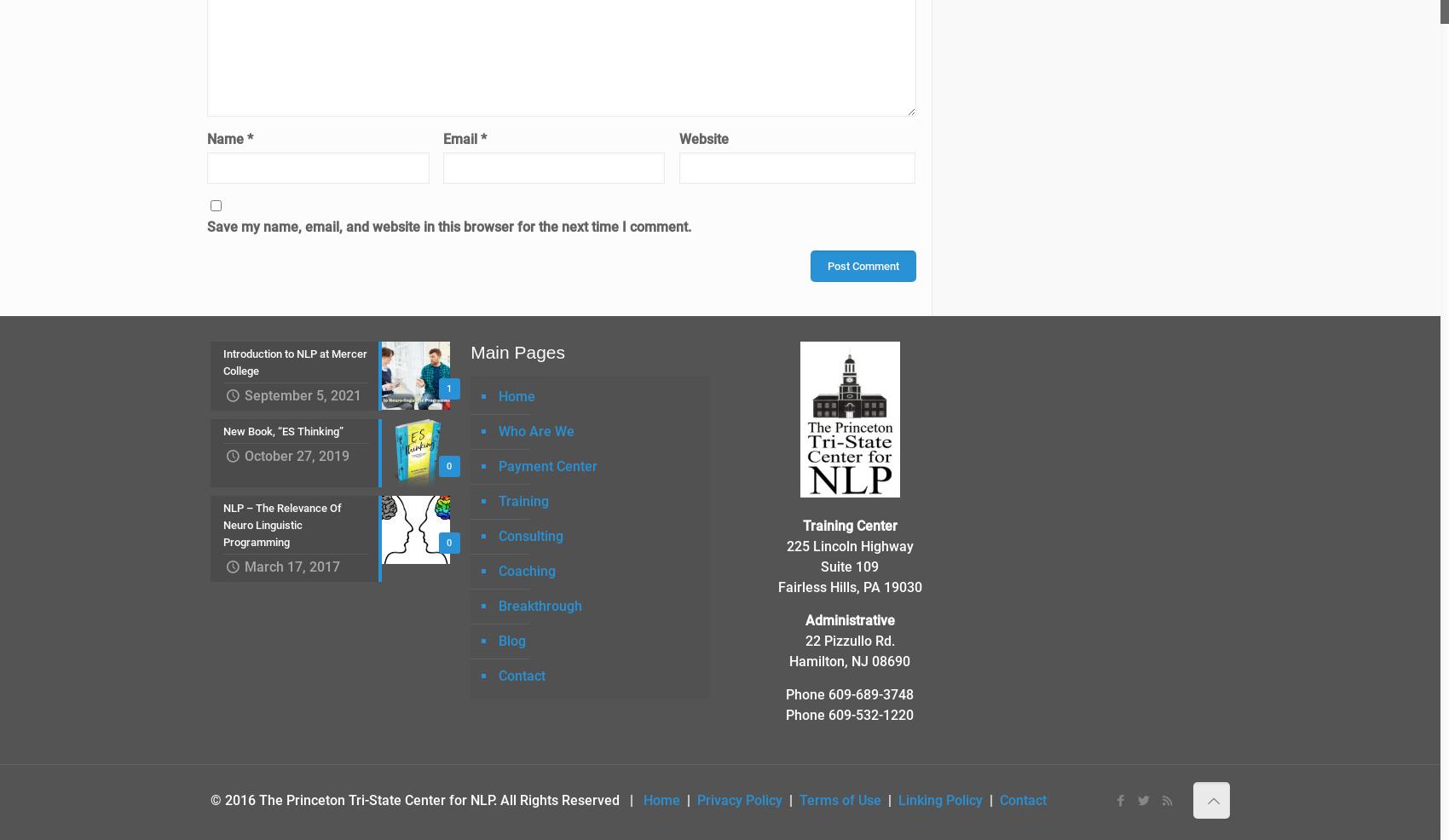 The height and width of the screenshot is (840, 1449). I want to click on 'Email', so click(460, 139).